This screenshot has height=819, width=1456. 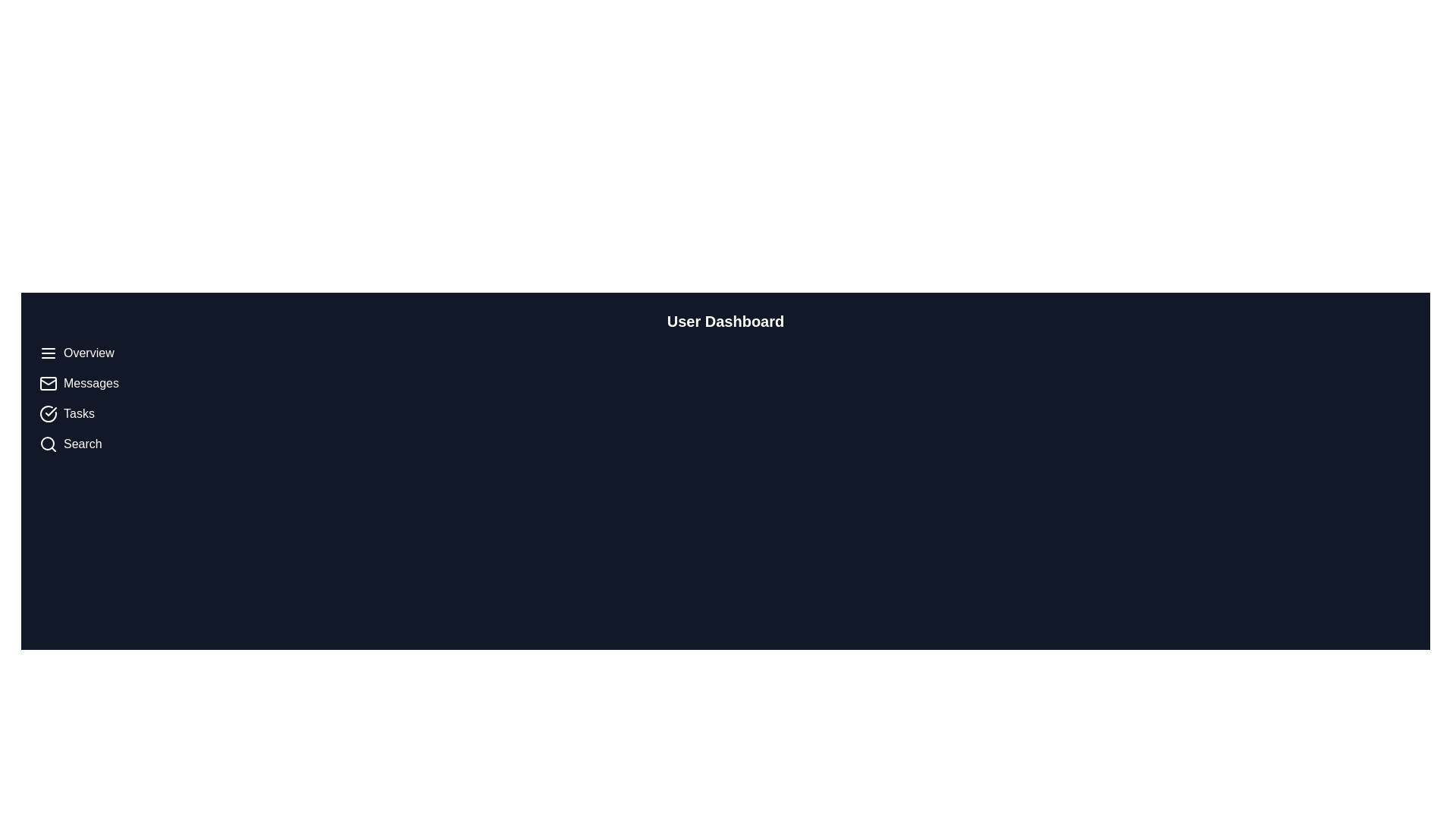 I want to click on the SVG Circle Component located within the magnifying glass icon in the sidebar below the textual labels, so click(x=47, y=444).